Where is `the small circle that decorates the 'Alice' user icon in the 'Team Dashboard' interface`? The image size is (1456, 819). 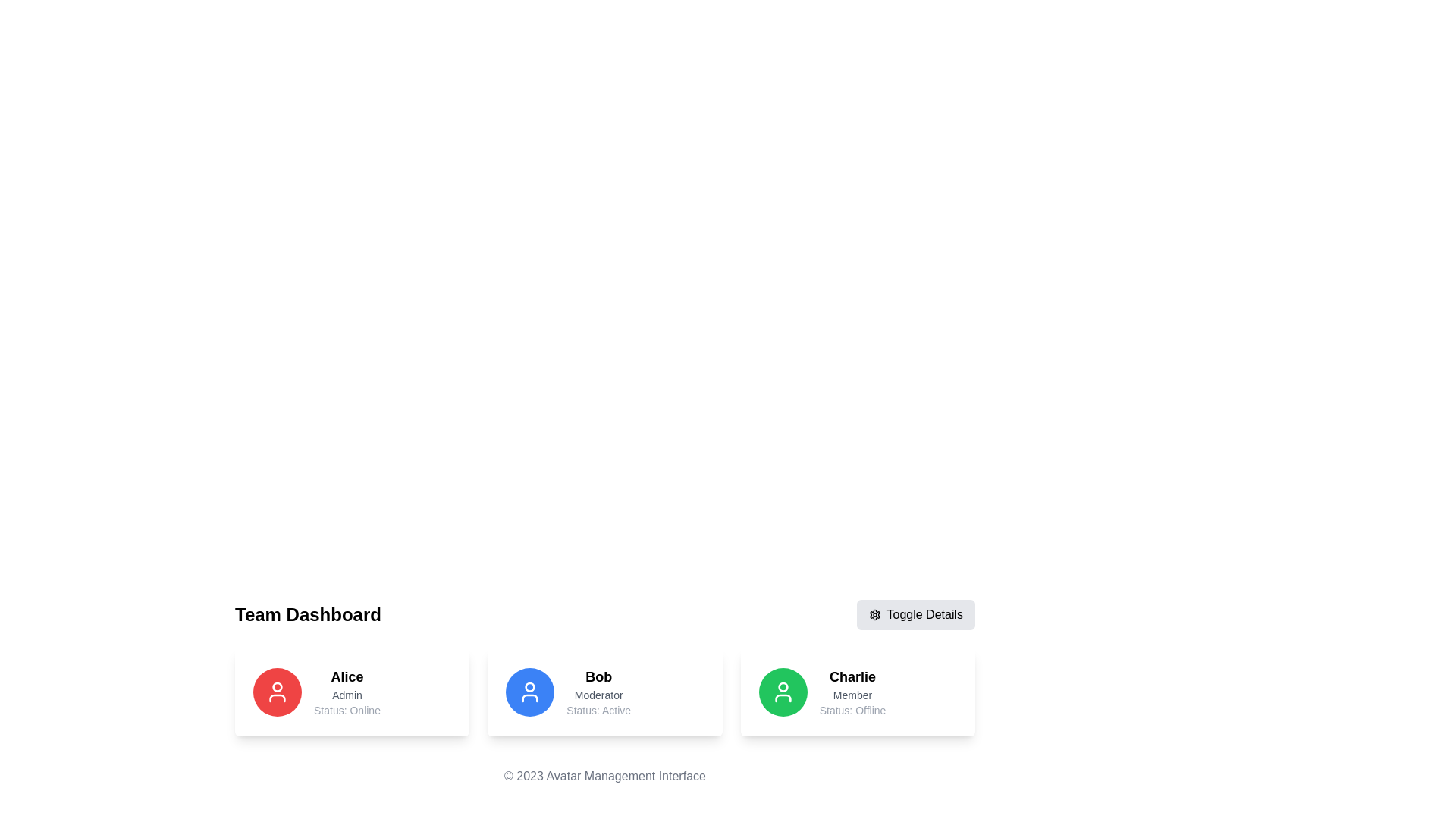
the small circle that decorates the 'Alice' user icon in the 'Team Dashboard' interface is located at coordinates (277, 687).